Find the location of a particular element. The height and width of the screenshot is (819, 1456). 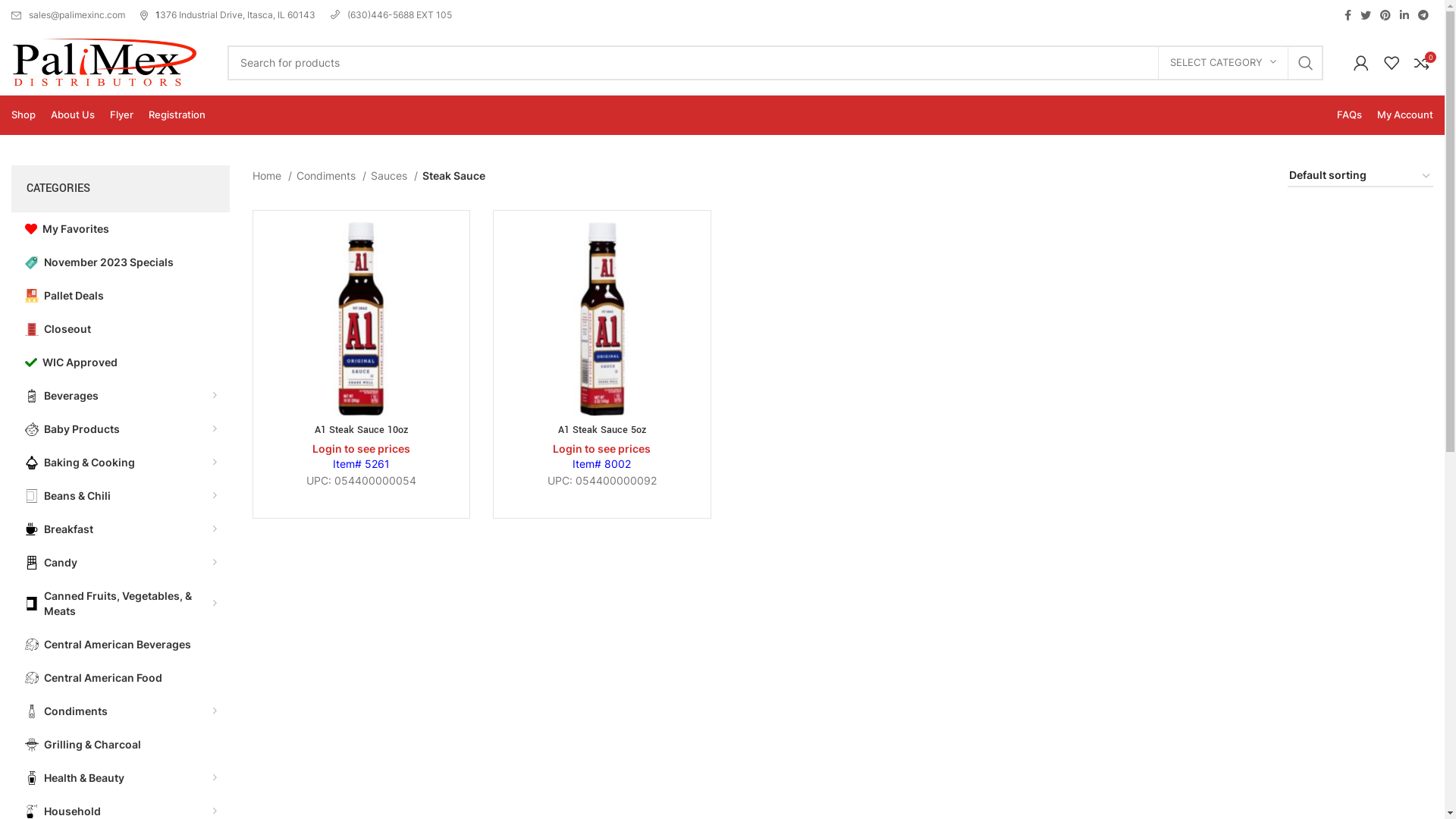

'shampoo-svgrepo-com' is located at coordinates (32, 778).